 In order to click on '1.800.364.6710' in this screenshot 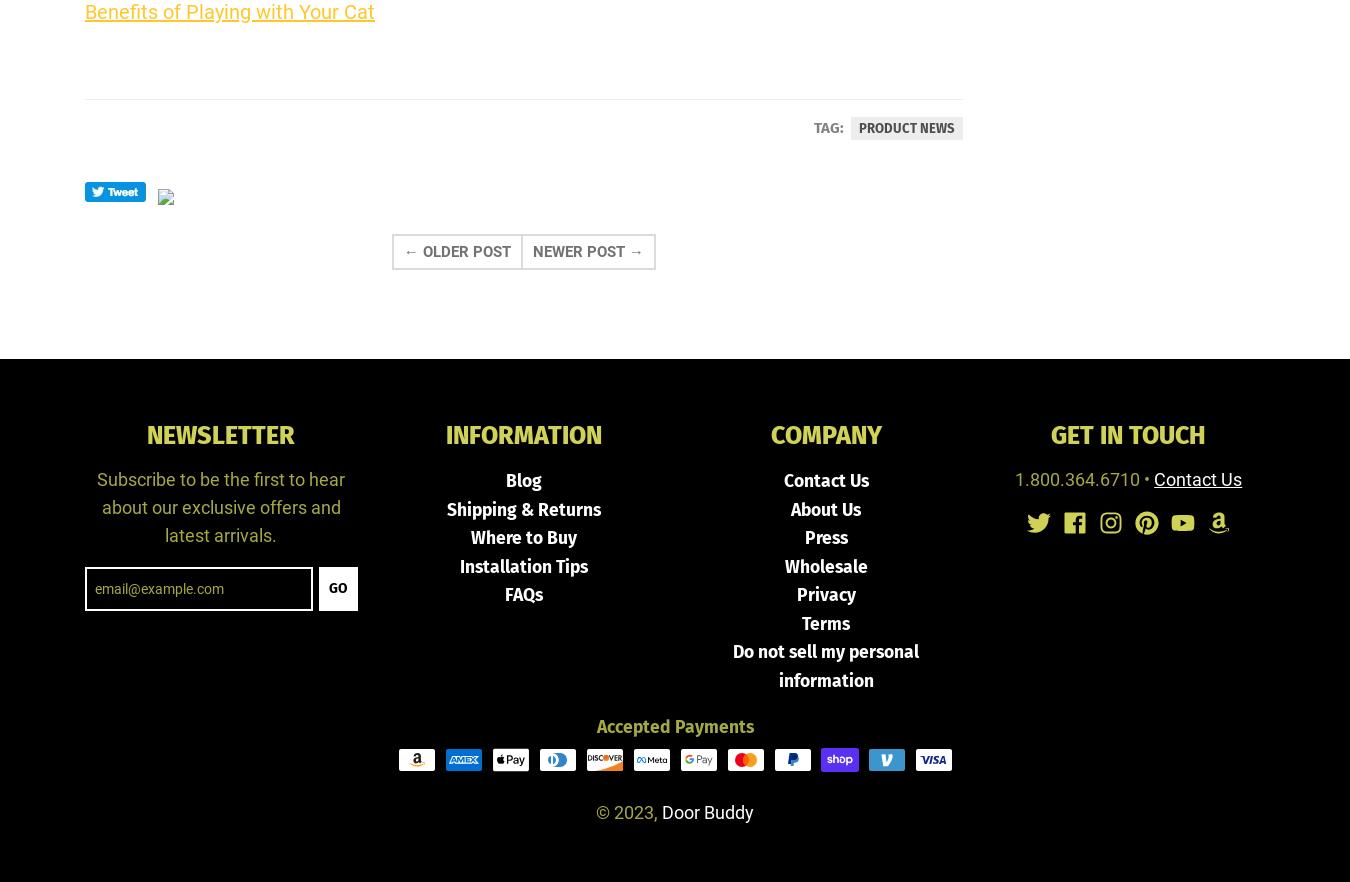, I will do `click(1077, 478)`.